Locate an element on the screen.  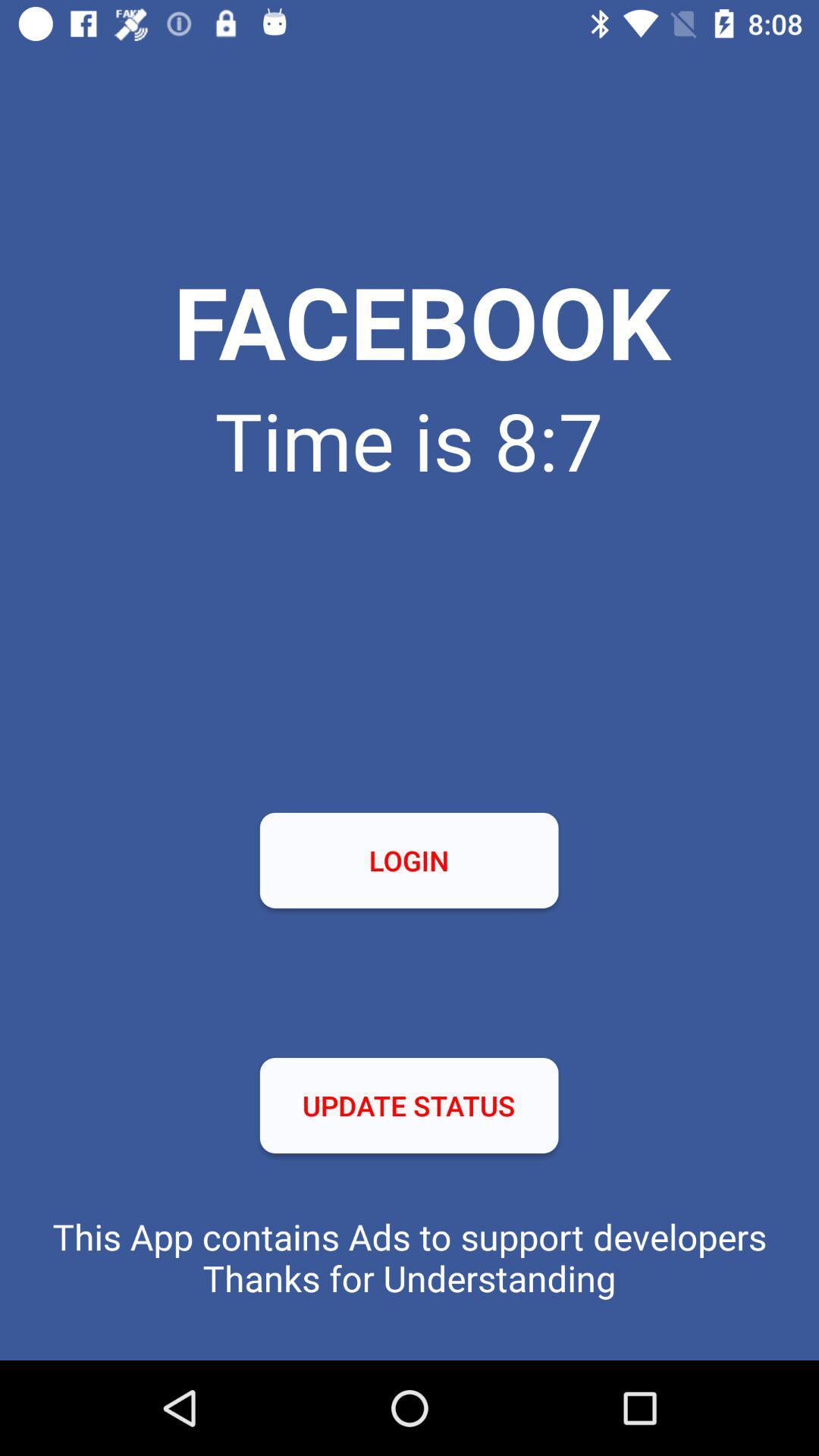
the icon below time is 8 is located at coordinates (408, 860).